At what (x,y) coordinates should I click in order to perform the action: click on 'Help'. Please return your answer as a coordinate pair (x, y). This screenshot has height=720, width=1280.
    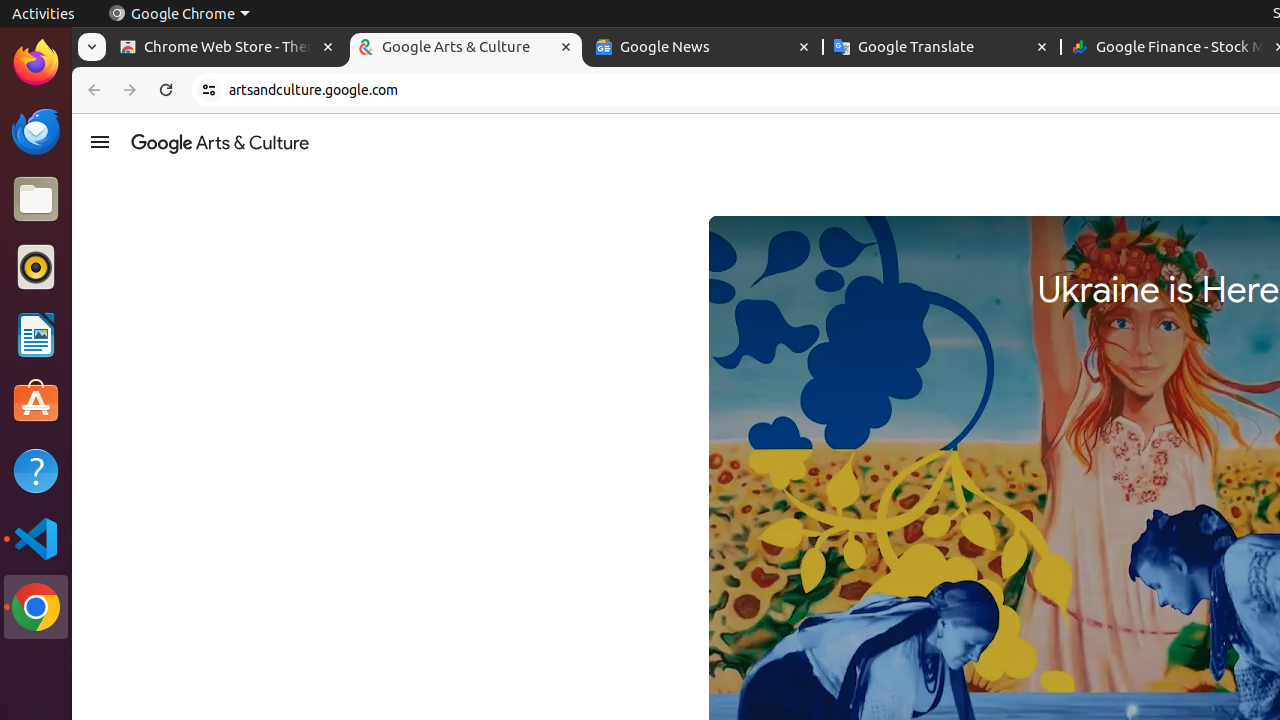
    Looking at the image, I should click on (35, 471).